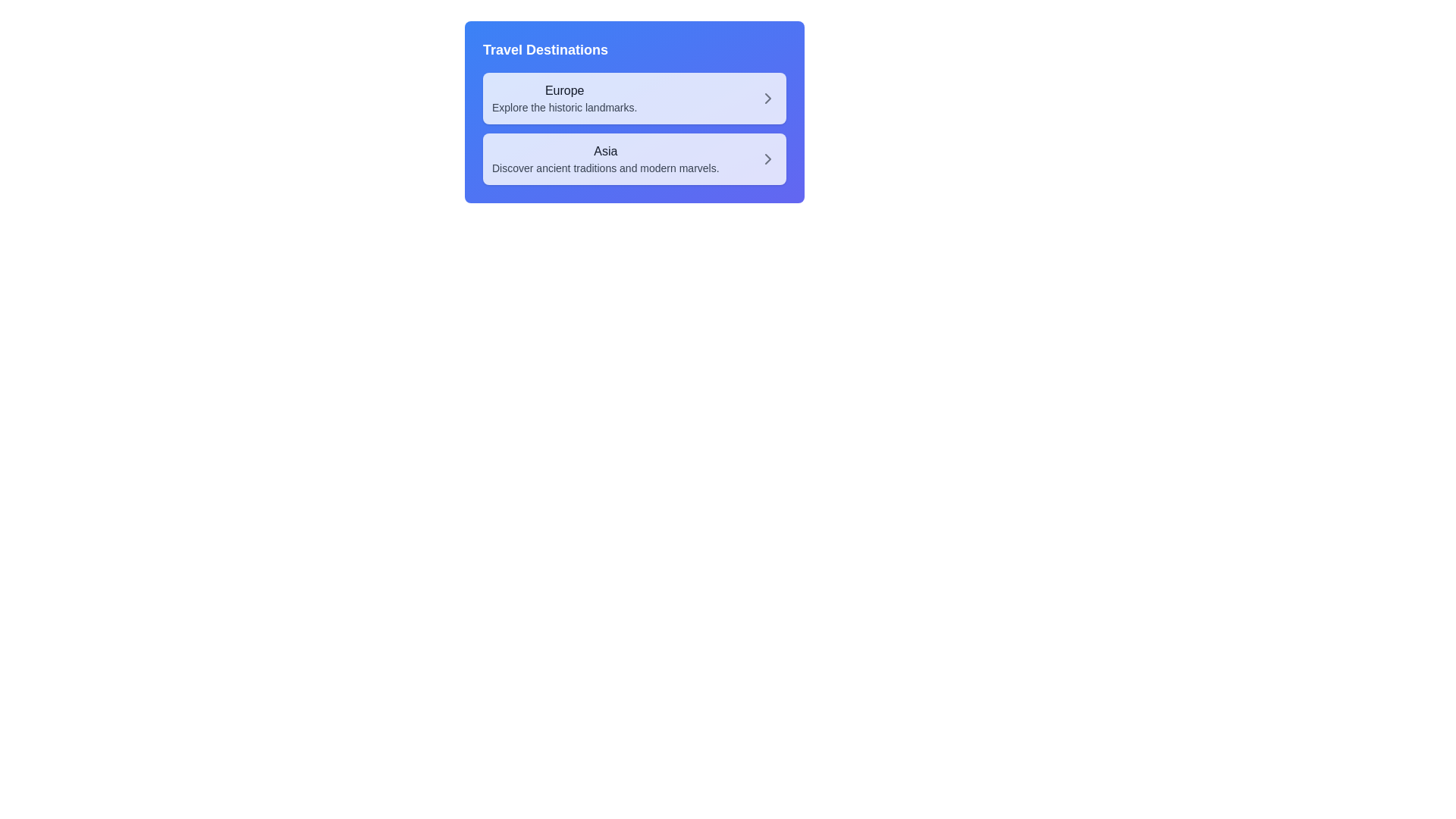  Describe the element at coordinates (563, 90) in the screenshot. I see `the text label that serves as the title for the destination card, which displays 'Europe' and is located at the top-left corner of the card in a vertically stacked list of destinations` at that location.